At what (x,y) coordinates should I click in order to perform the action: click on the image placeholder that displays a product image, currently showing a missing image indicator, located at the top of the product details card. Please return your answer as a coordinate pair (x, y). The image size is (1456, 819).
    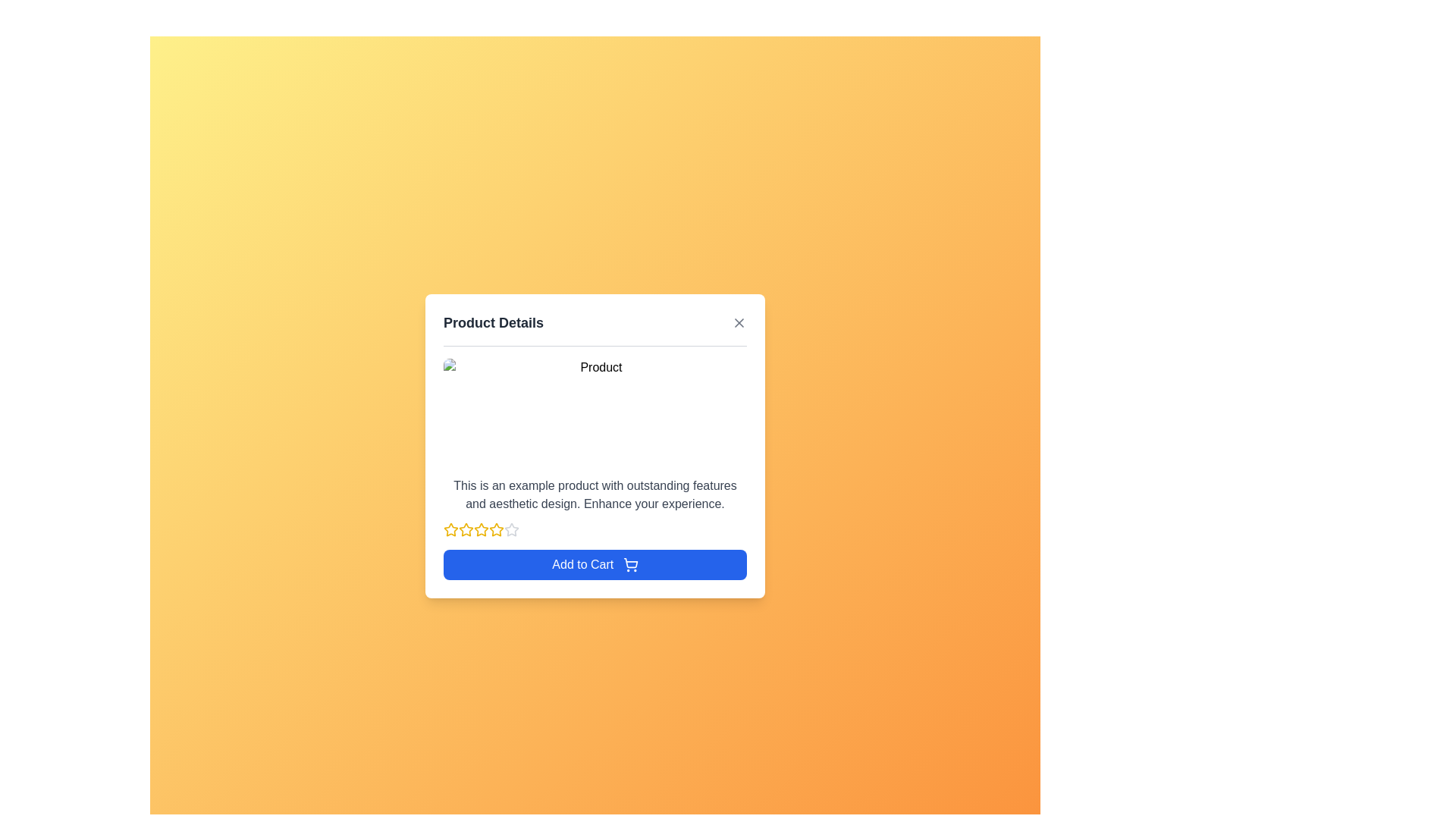
    Looking at the image, I should click on (595, 412).